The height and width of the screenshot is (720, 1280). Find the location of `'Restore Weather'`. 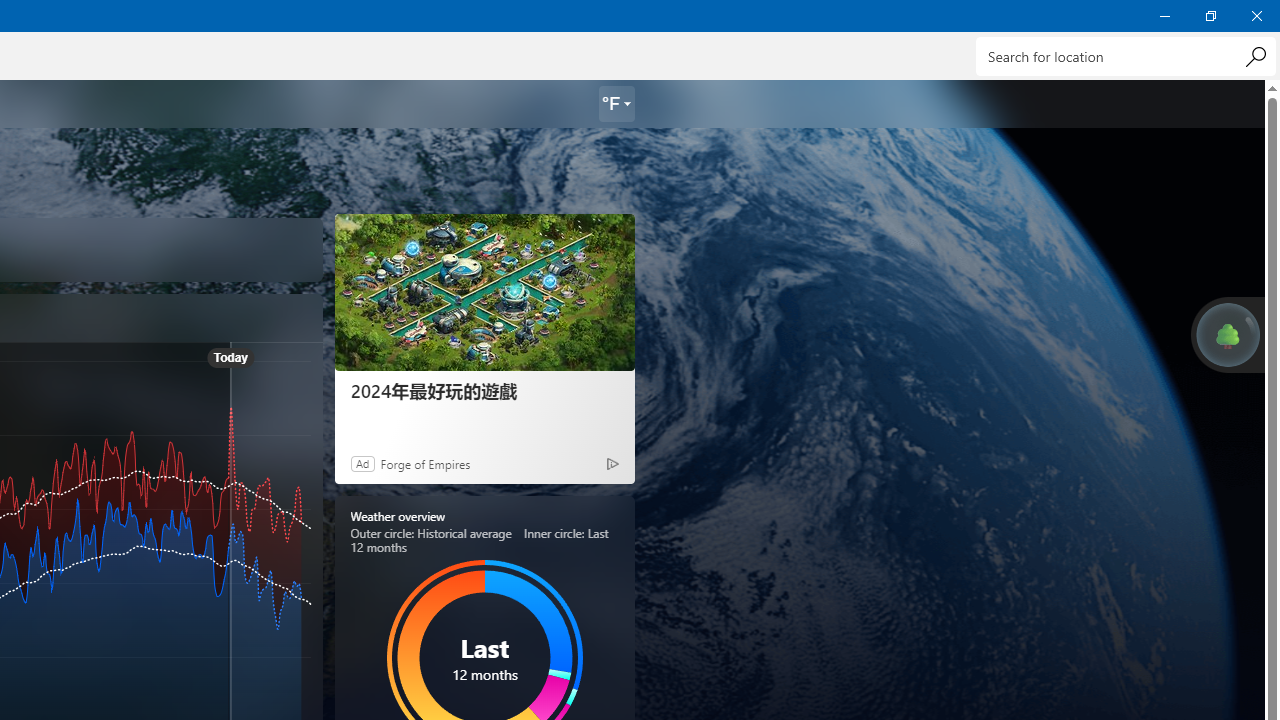

'Restore Weather' is located at coordinates (1209, 15).